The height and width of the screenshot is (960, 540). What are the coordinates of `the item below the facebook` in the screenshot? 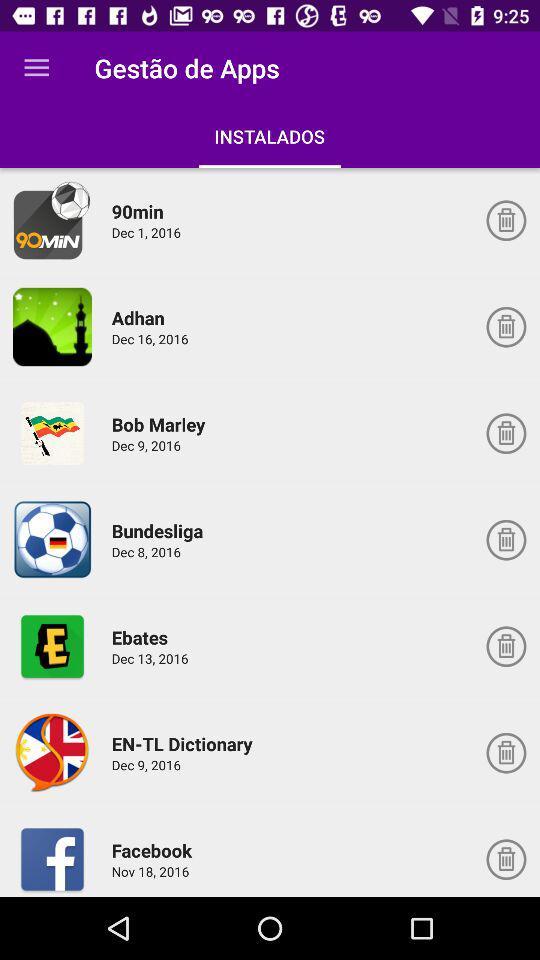 It's located at (152, 870).